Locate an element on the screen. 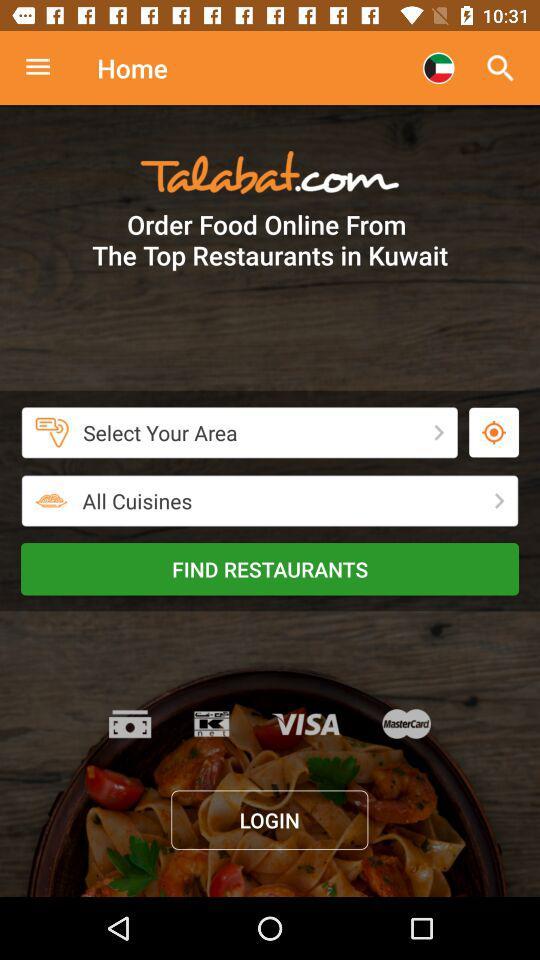  custom is located at coordinates (48, 68).